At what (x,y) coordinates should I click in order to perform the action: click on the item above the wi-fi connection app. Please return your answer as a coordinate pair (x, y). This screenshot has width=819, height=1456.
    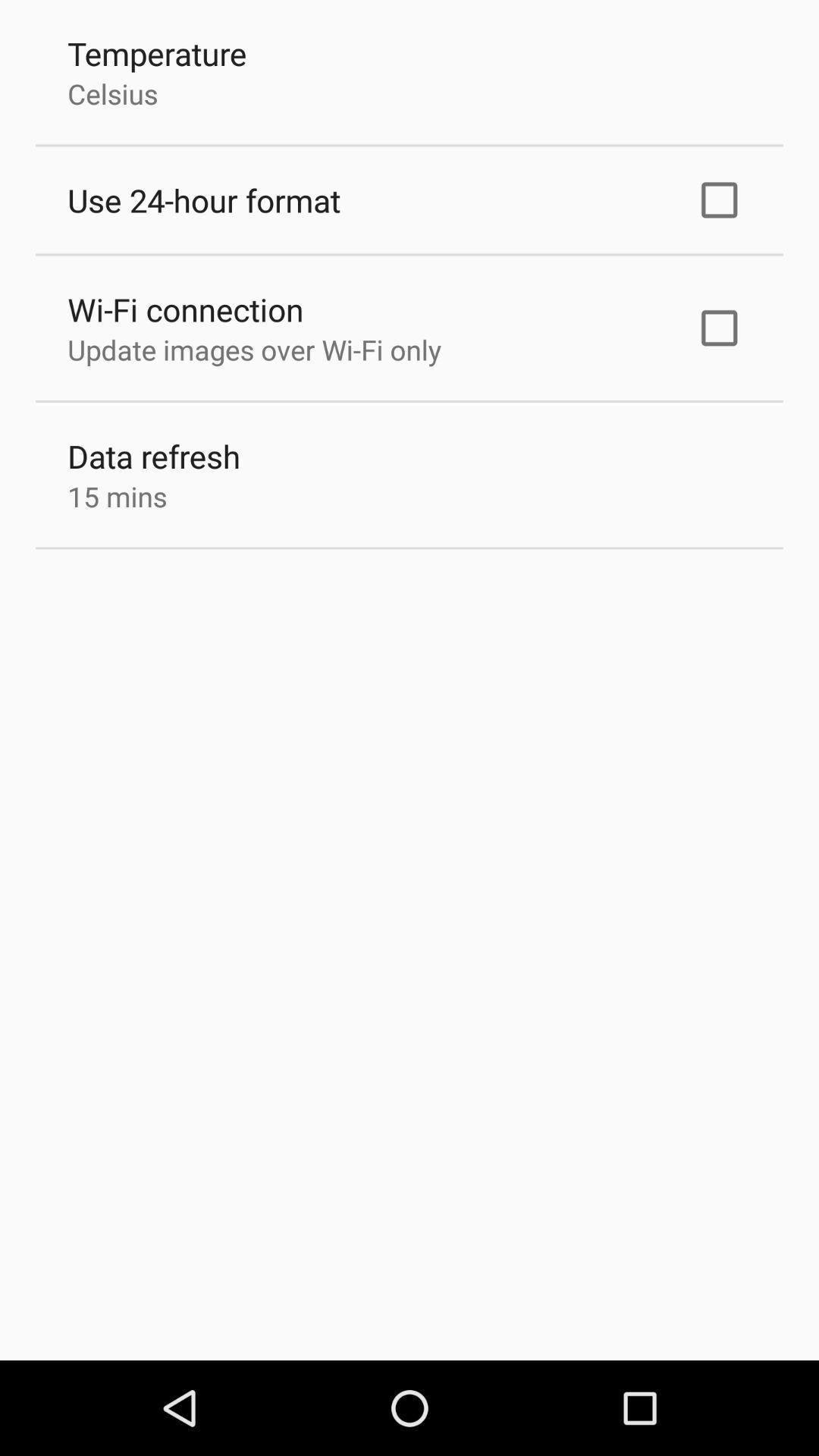
    Looking at the image, I should click on (203, 199).